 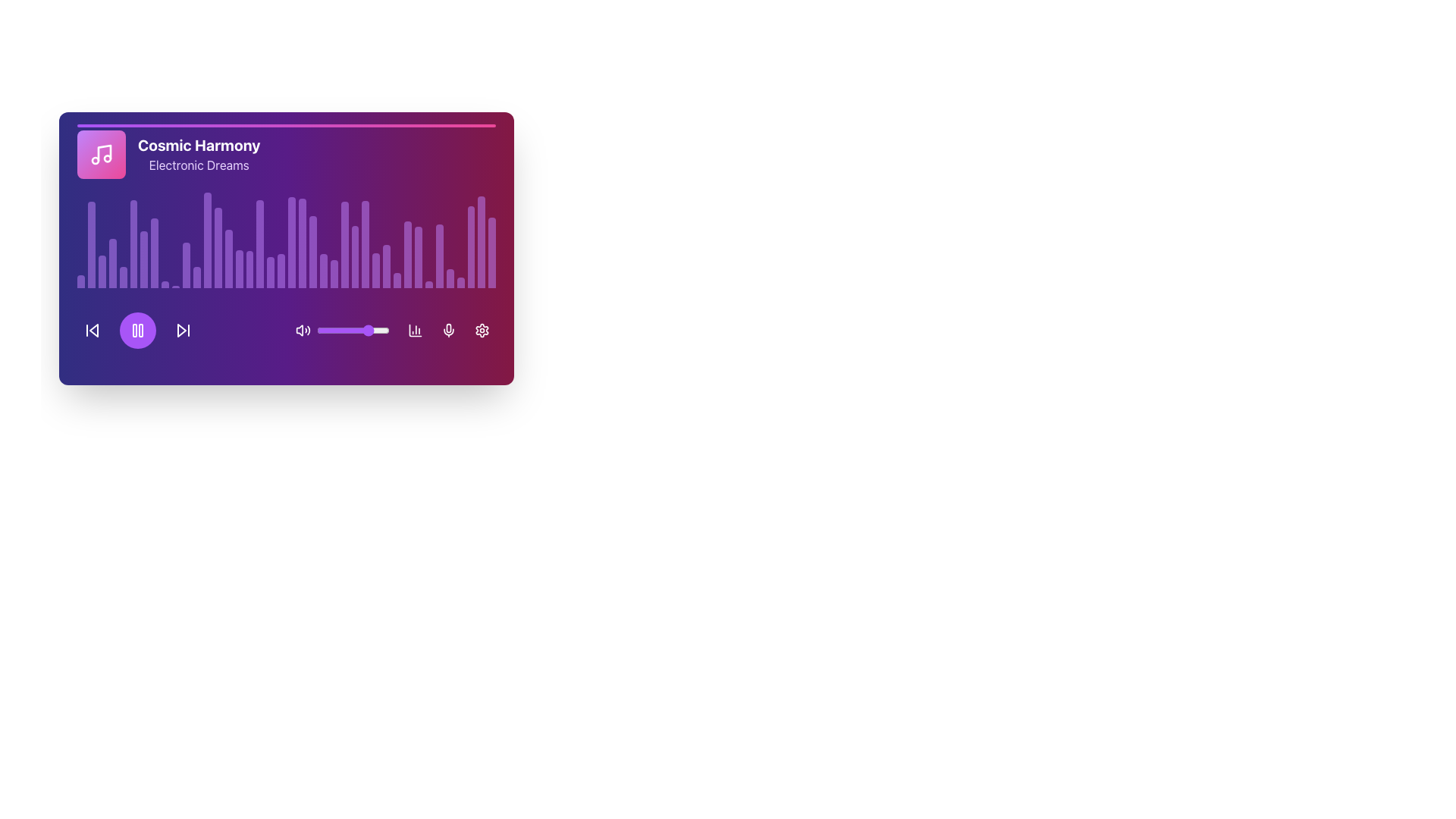 I want to click on the fifth vertical bar of the visual equalizer representation in the music player interface, which displays the amplitude or volume level of the specific frequency in the currently playing music track, so click(x=123, y=278).